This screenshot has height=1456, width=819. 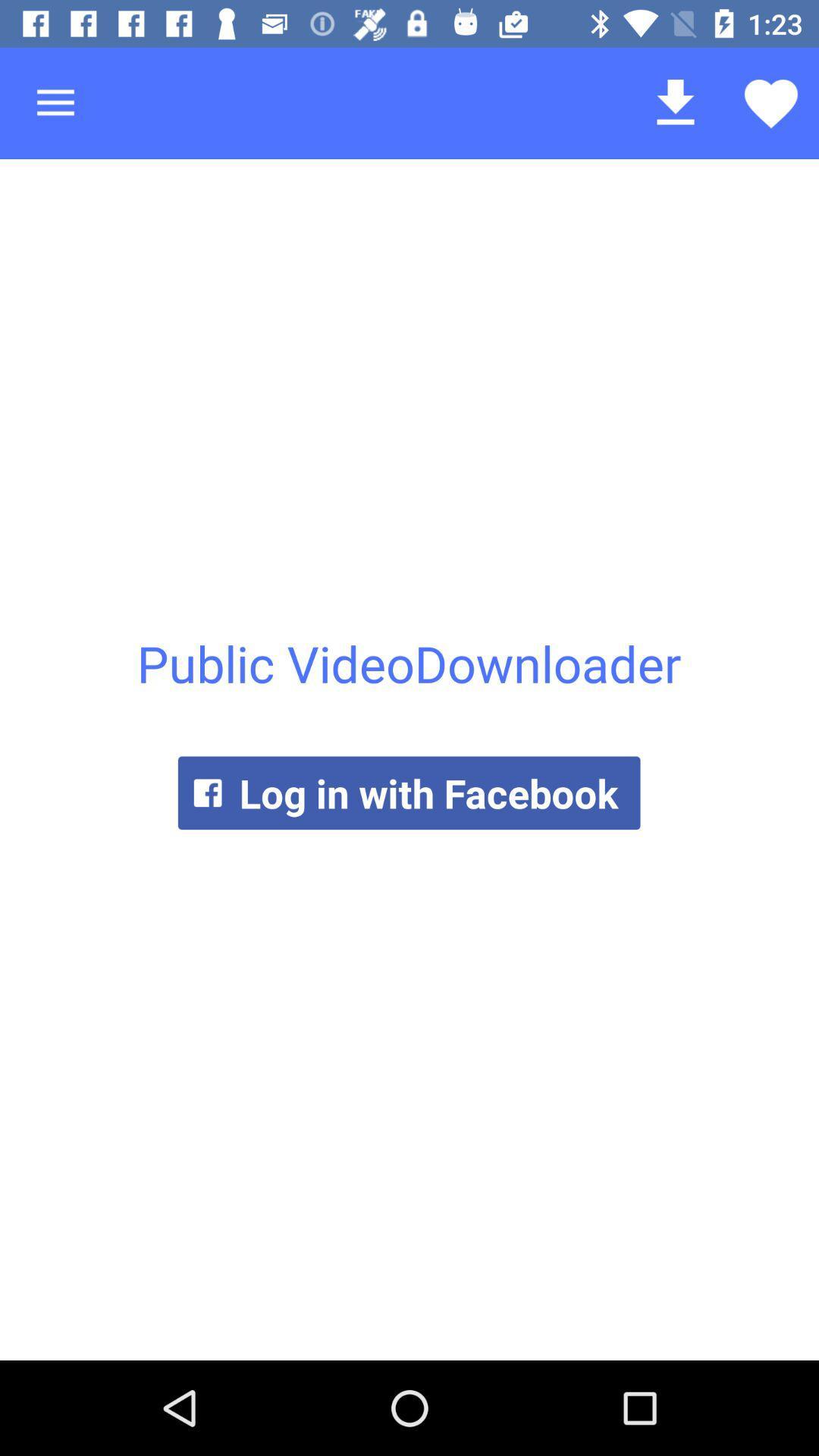 What do you see at coordinates (55, 102) in the screenshot?
I see `the icon above public videodownloader` at bounding box center [55, 102].